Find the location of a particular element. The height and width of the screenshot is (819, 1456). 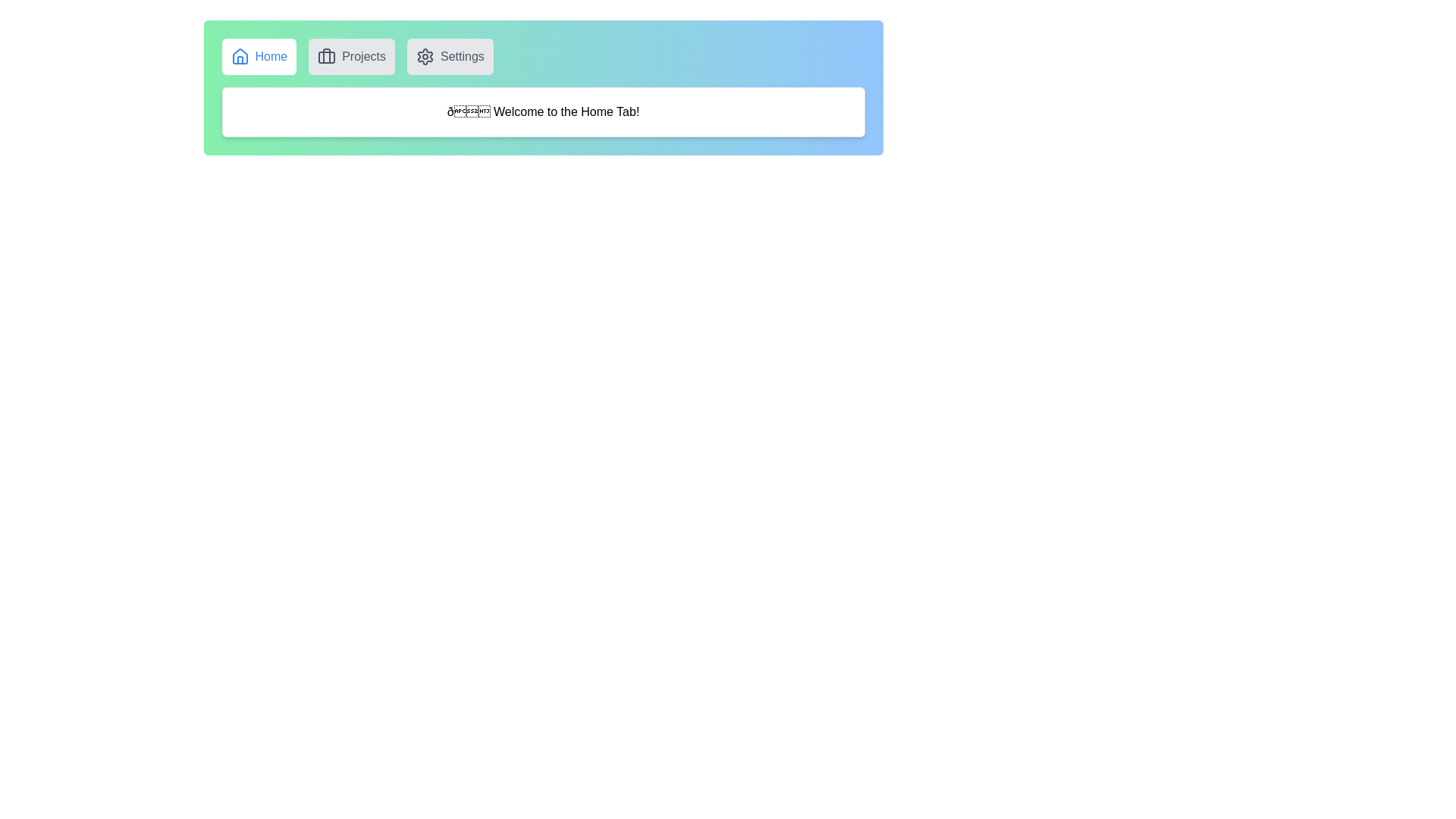

the Projects tab by clicking on its corresponding button is located at coordinates (351, 55).